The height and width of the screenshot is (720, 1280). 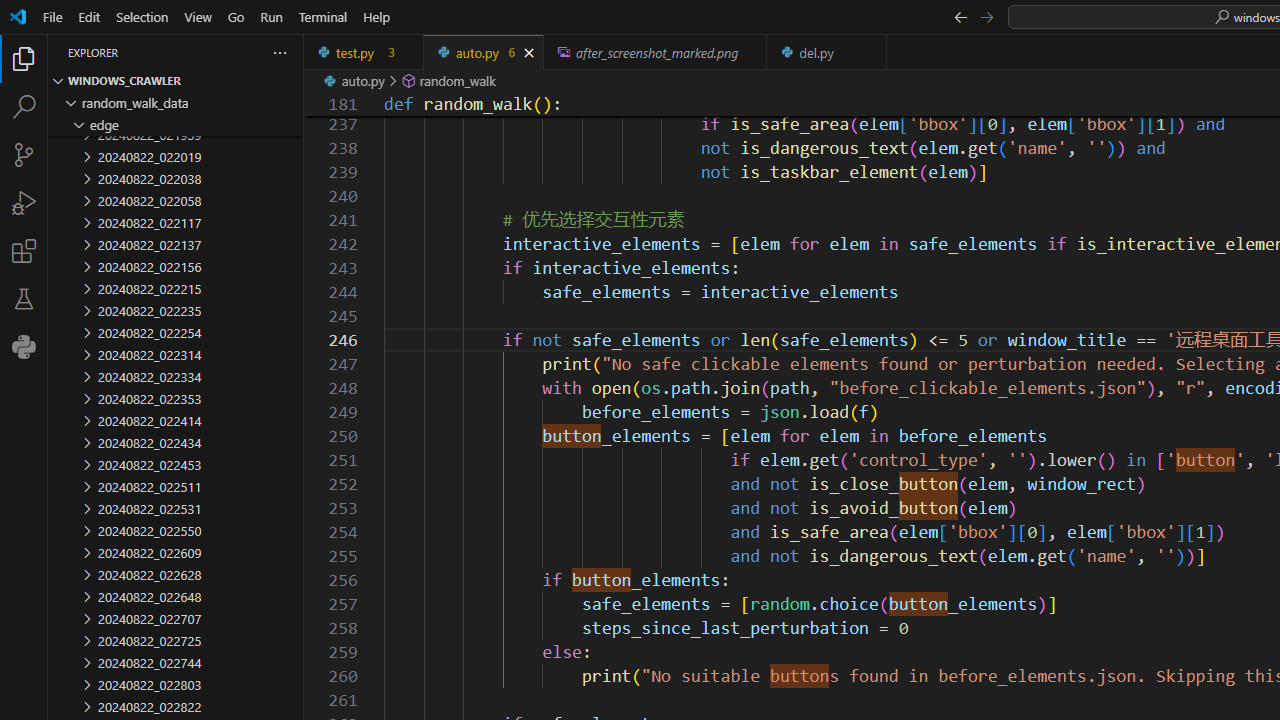 I want to click on 'Go', so click(x=236, y=16).